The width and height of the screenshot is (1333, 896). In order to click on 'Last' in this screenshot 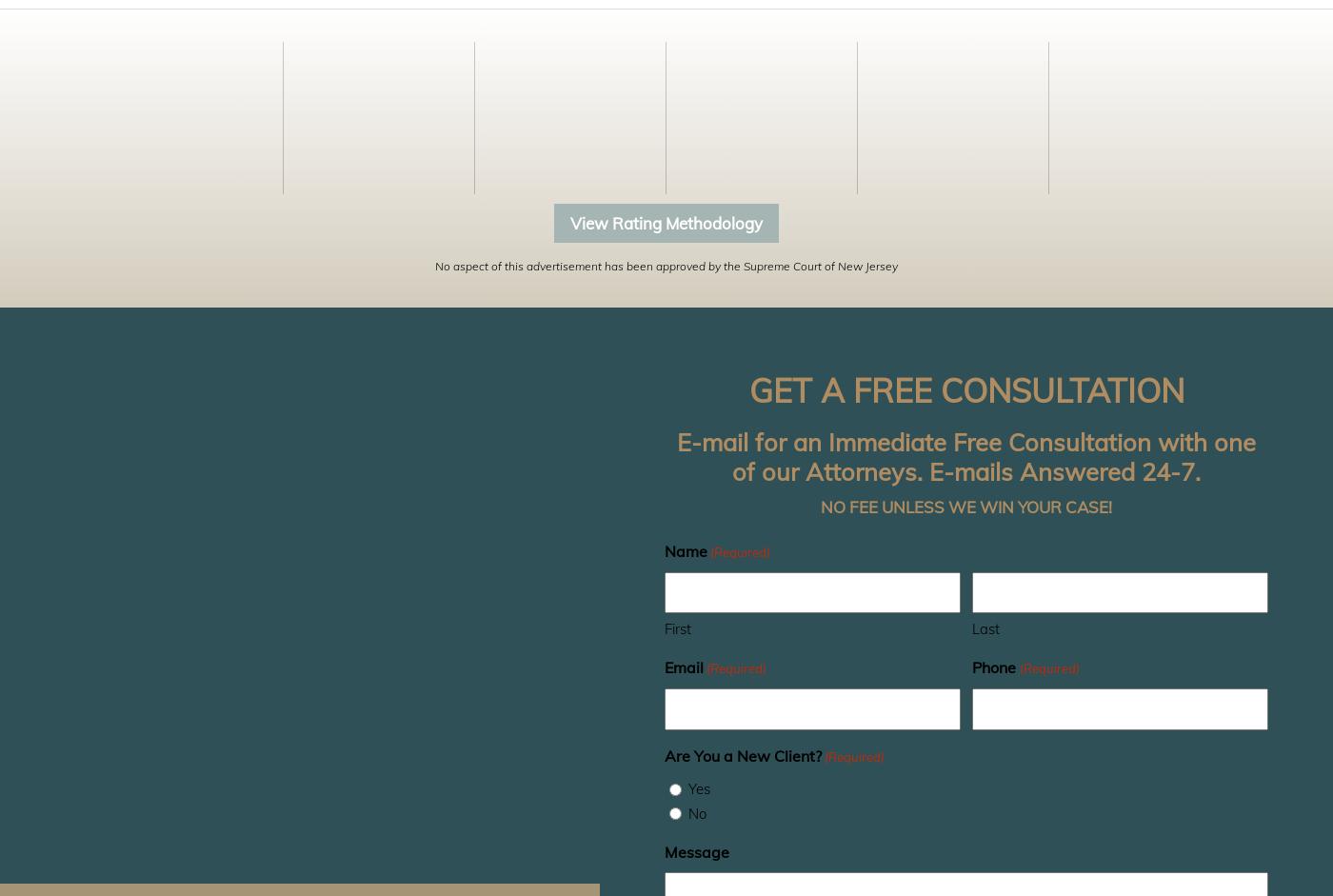, I will do `click(985, 627)`.